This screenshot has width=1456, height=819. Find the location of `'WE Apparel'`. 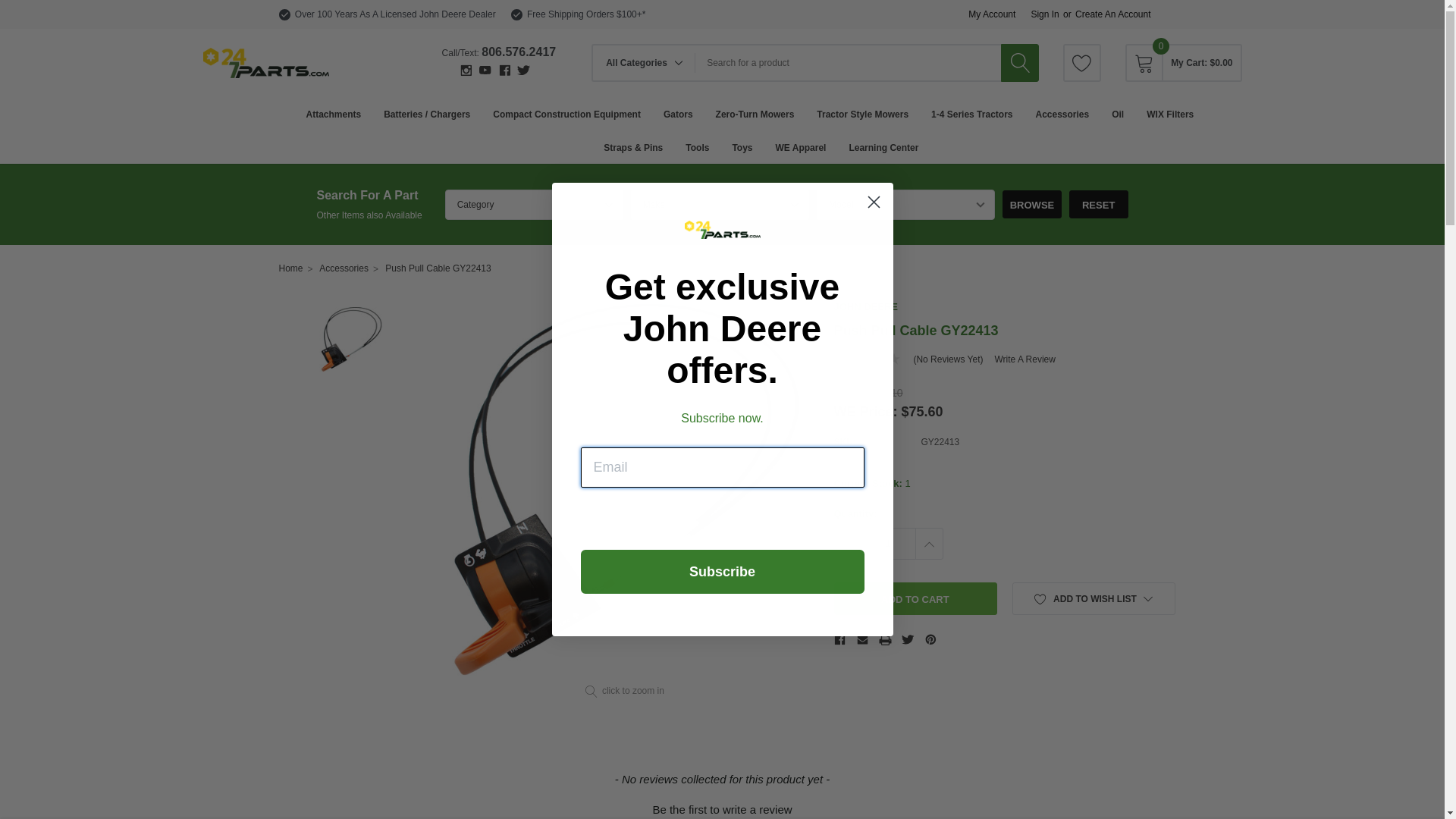

'WE Apparel' is located at coordinates (800, 146).